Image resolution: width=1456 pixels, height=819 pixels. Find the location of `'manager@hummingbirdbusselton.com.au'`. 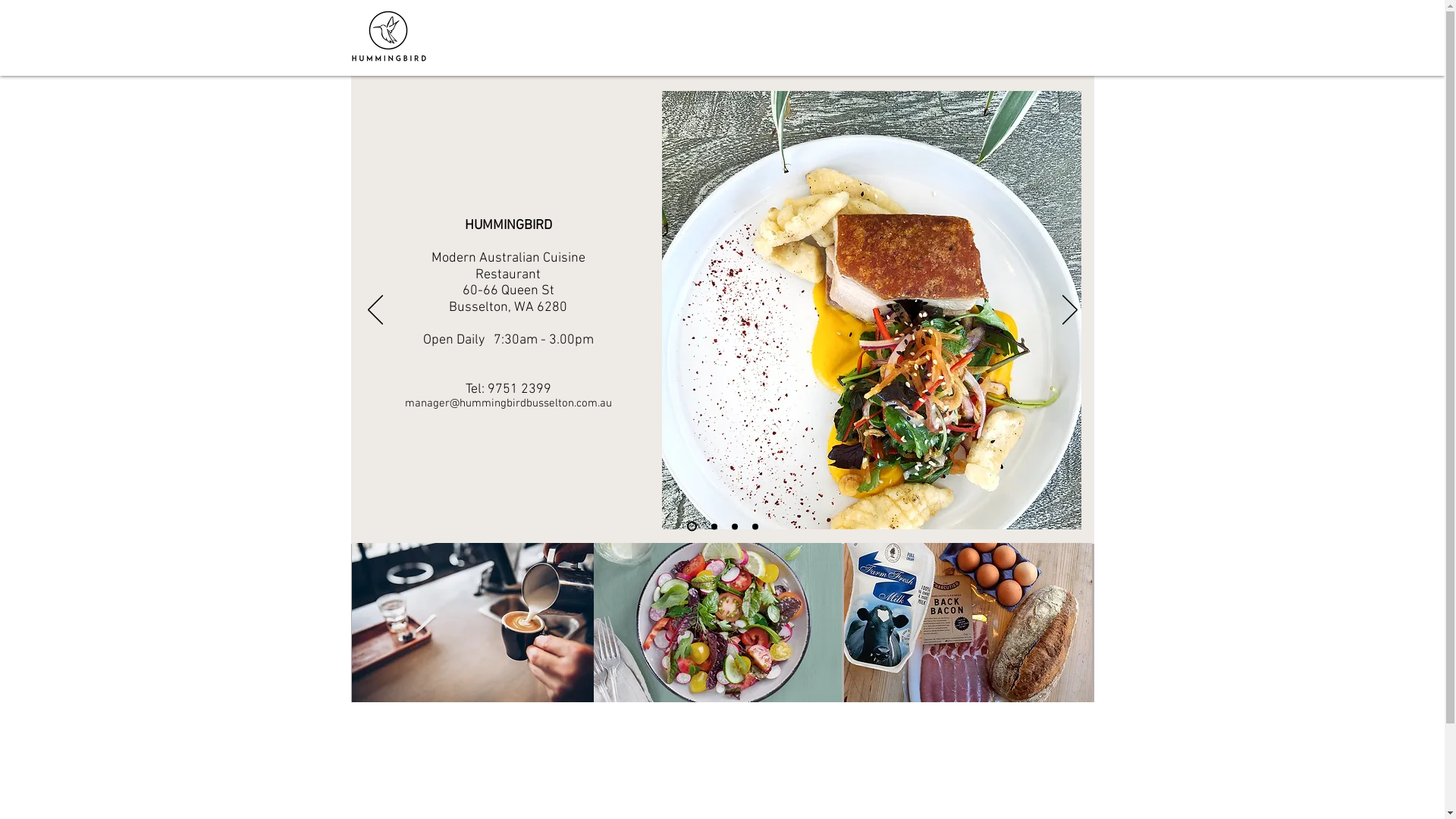

'manager@hummingbirdbusselton.com.au' is located at coordinates (508, 403).